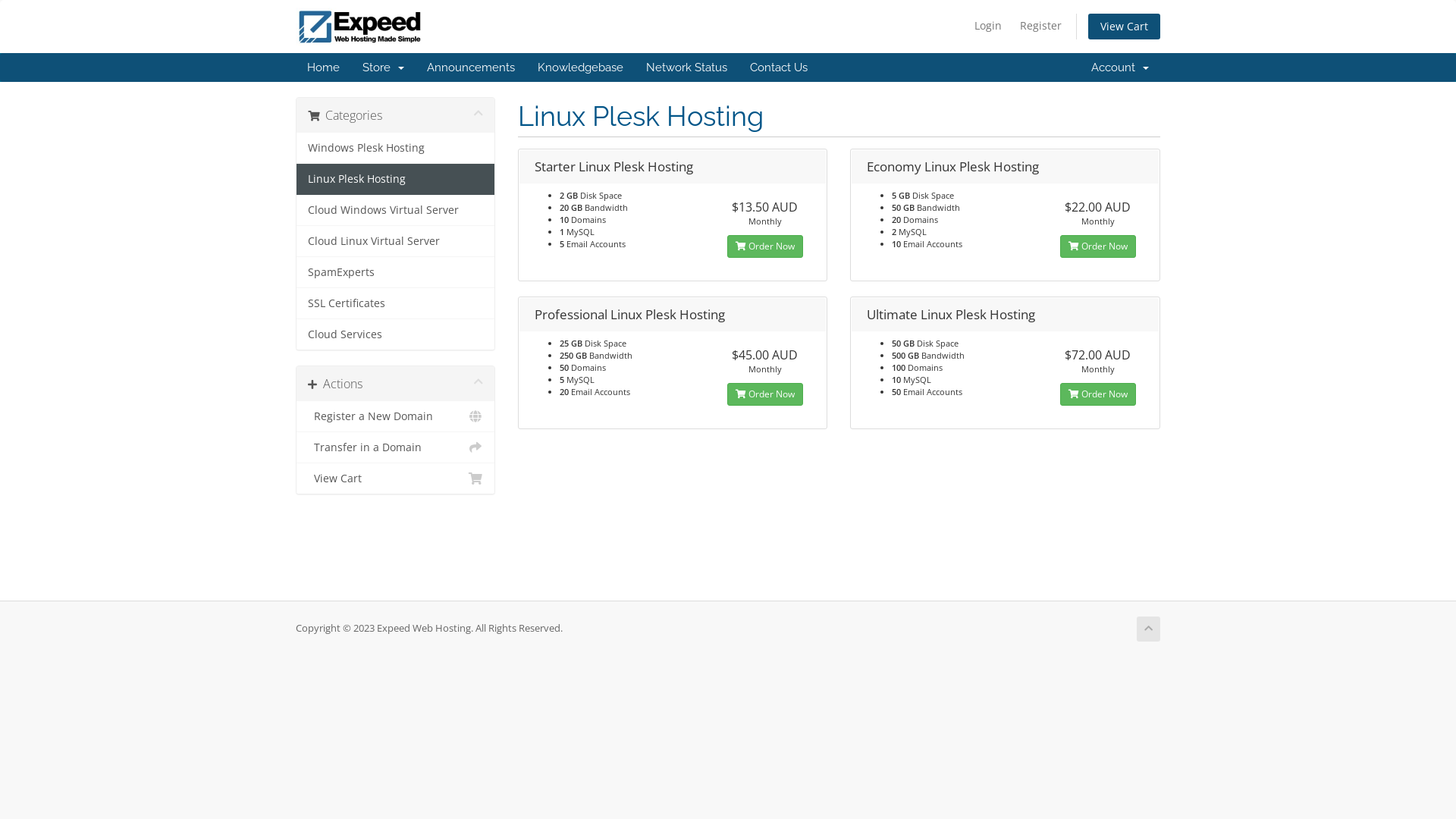 The width and height of the screenshot is (1456, 819). Describe the element at coordinates (739, 66) in the screenshot. I see `'Contact Us'` at that location.